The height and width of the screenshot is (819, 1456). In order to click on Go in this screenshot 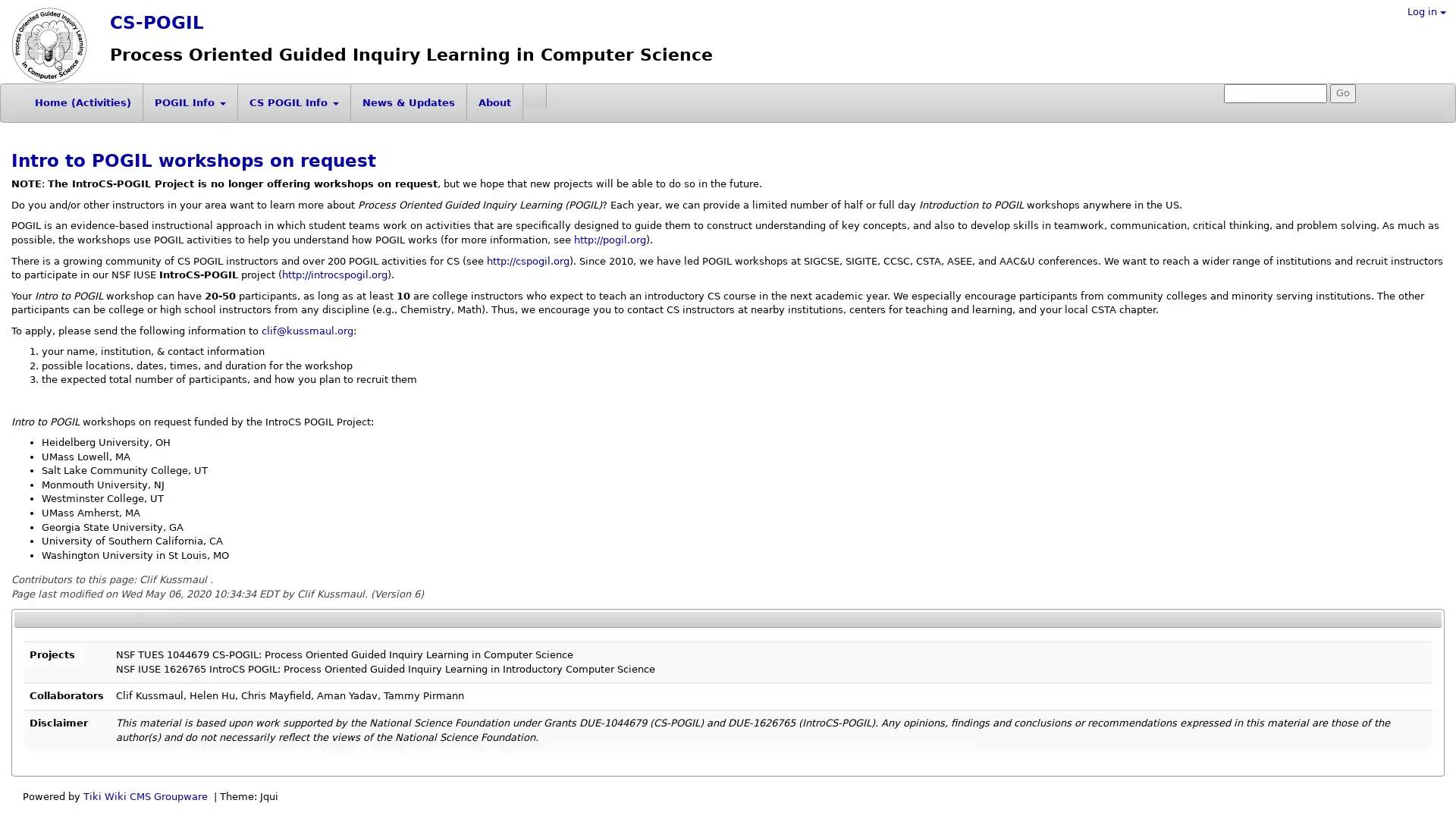, I will do `click(1343, 93)`.